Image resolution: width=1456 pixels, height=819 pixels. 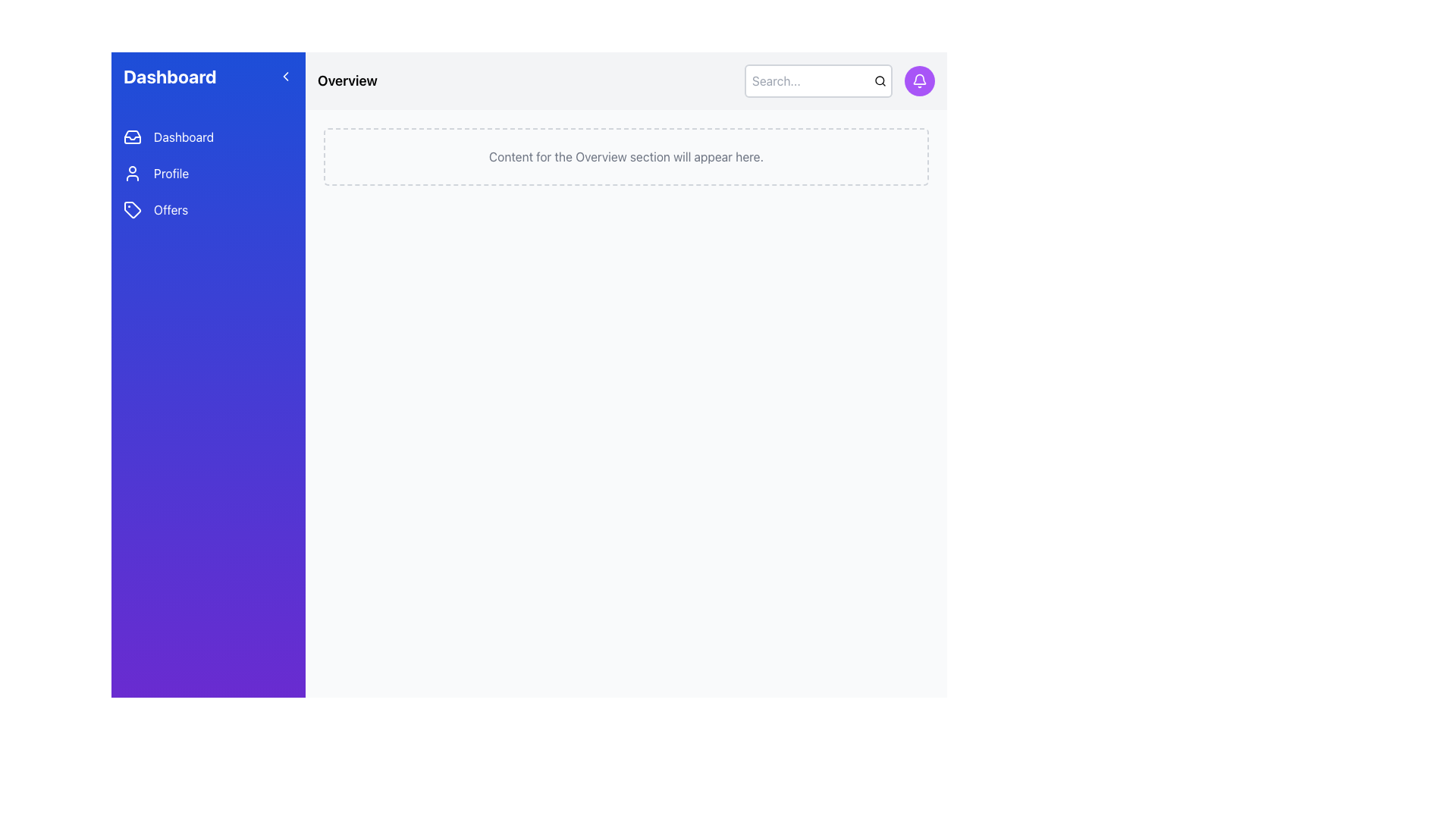 What do you see at coordinates (171, 210) in the screenshot?
I see `the 'Offers' text label in the vertical navigation sidebar` at bounding box center [171, 210].